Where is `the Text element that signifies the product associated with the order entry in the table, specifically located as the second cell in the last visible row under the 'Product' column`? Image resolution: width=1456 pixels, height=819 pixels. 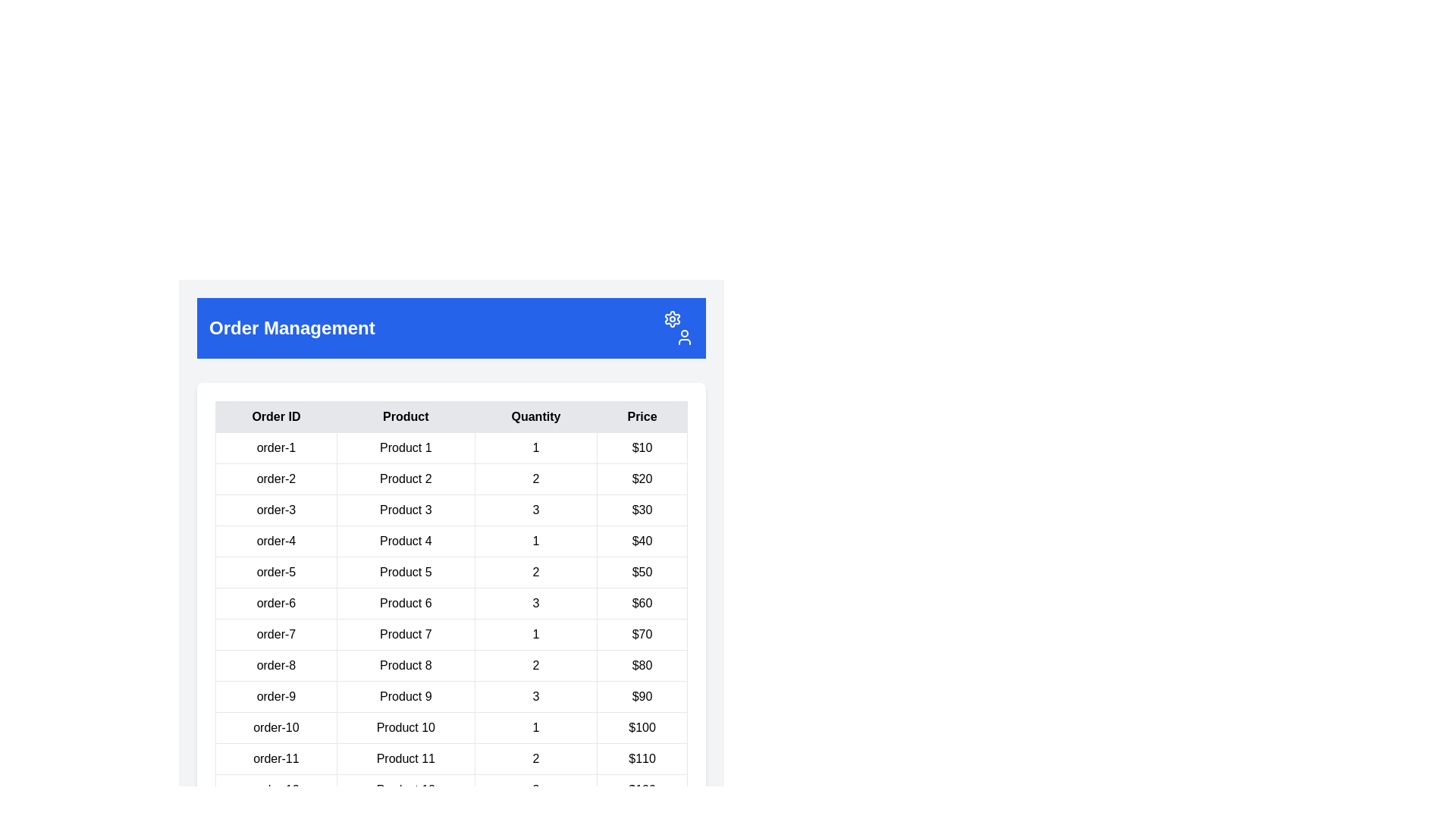
the Text element that signifies the product associated with the order entry in the table, specifically located as the second cell in the last visible row under the 'Product' column is located at coordinates (406, 789).